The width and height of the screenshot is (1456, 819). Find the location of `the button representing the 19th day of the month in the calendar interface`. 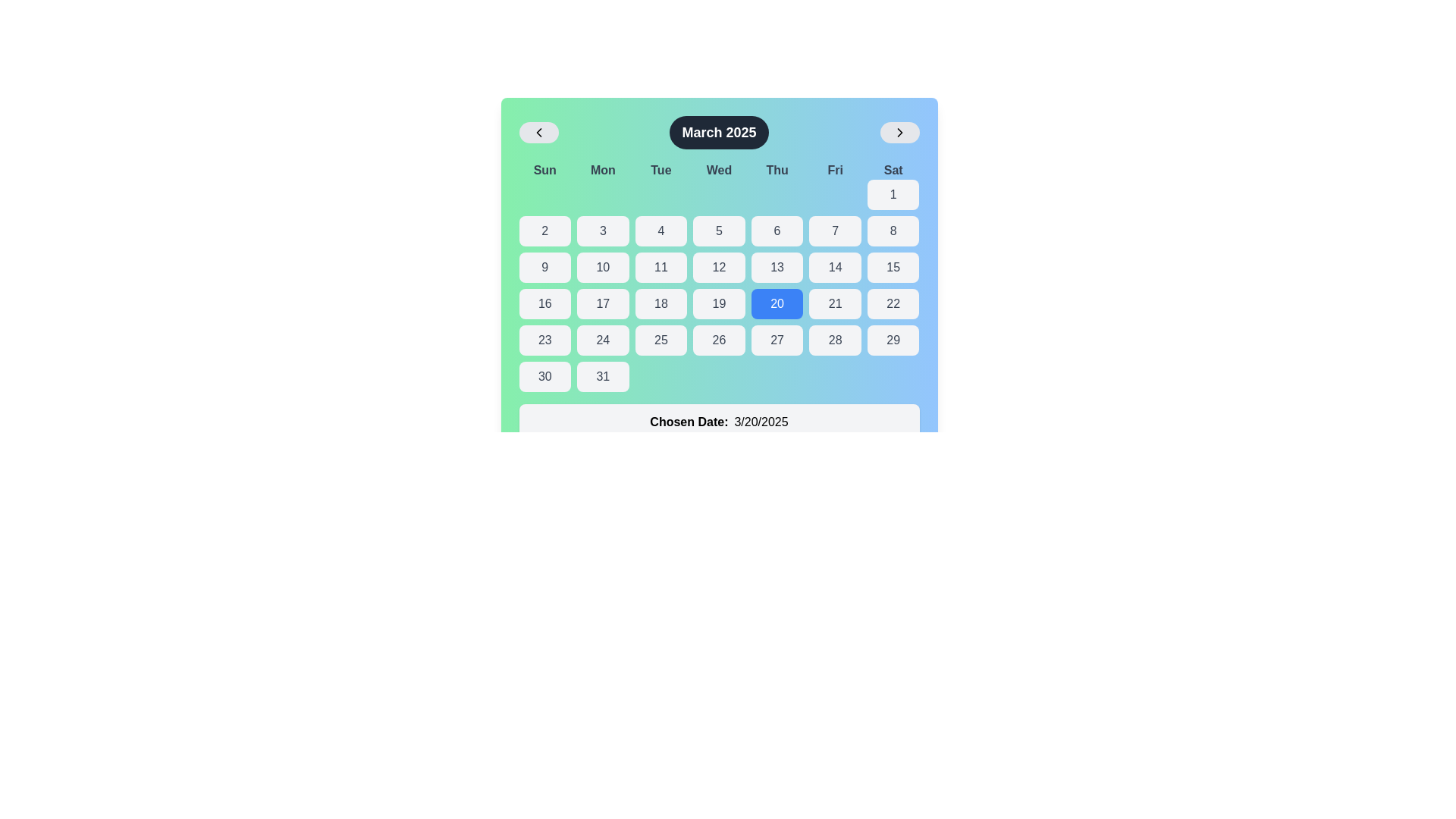

the button representing the 19th day of the month in the calendar interface is located at coordinates (718, 304).